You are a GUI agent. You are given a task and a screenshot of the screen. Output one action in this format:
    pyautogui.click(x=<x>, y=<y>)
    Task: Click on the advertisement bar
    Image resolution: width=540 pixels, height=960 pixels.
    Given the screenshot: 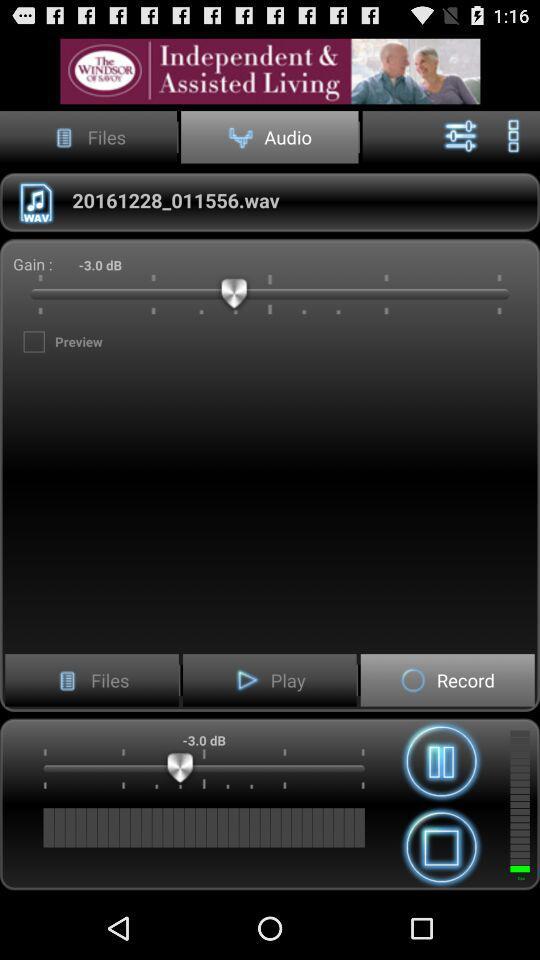 What is the action you would take?
    pyautogui.click(x=270, y=71)
    